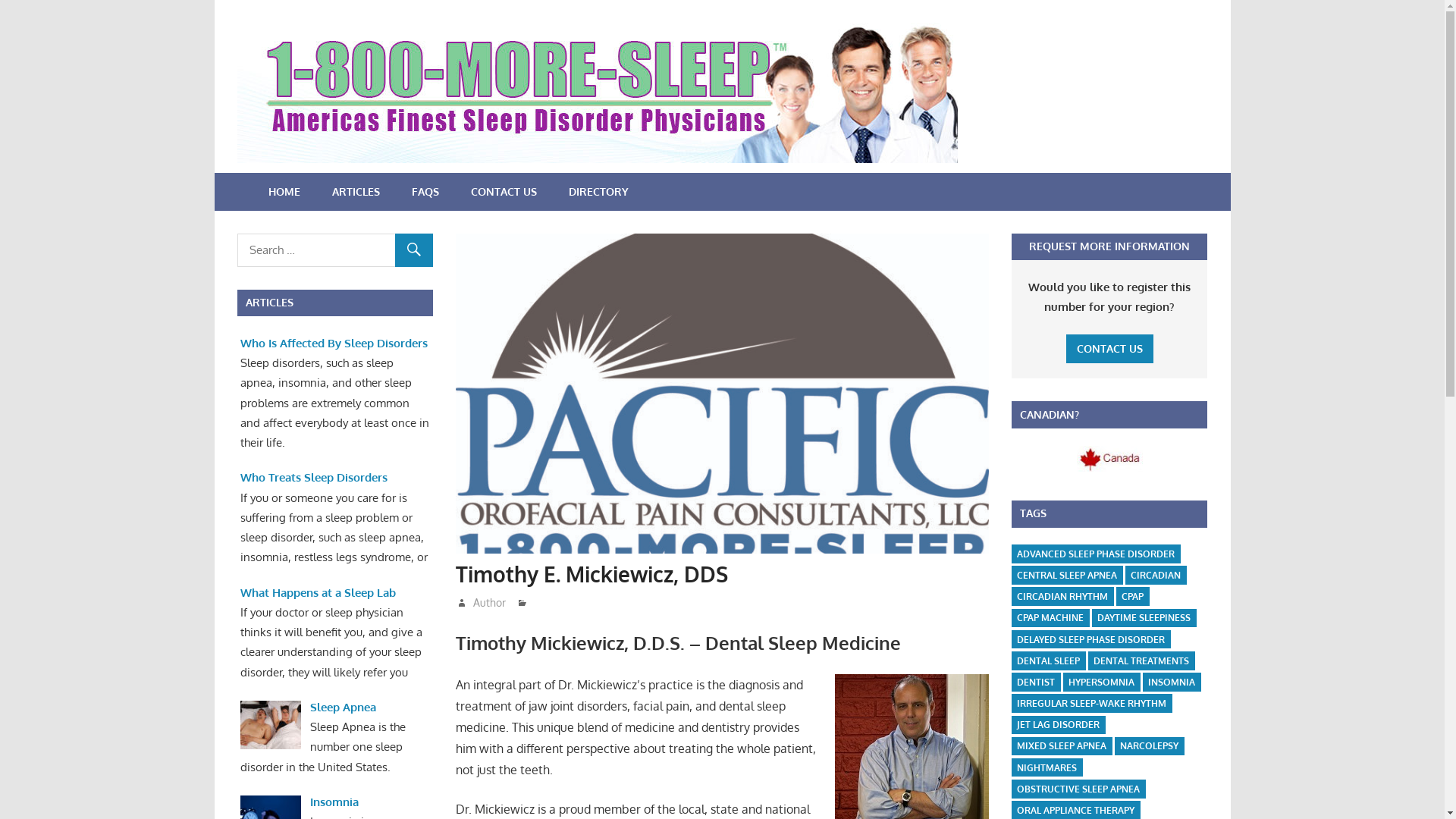  I want to click on 'Search for:', so click(334, 249).